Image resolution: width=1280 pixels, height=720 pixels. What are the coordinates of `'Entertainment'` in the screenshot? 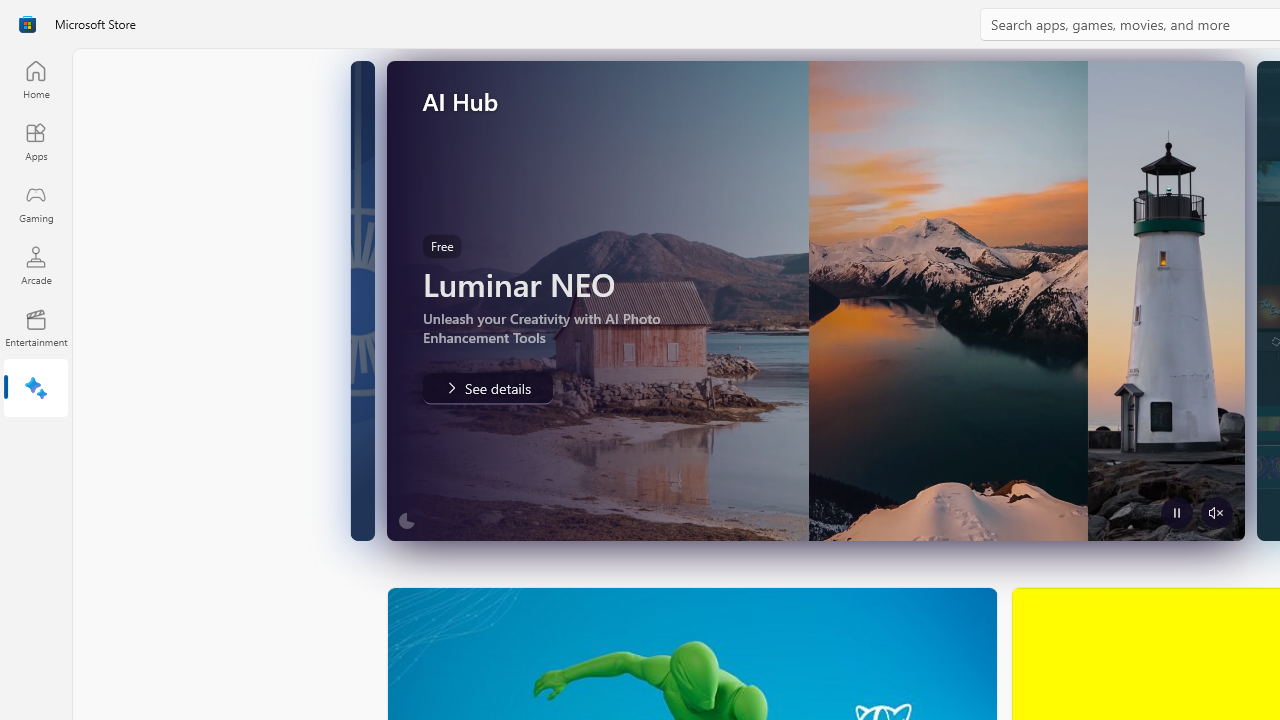 It's located at (35, 326).